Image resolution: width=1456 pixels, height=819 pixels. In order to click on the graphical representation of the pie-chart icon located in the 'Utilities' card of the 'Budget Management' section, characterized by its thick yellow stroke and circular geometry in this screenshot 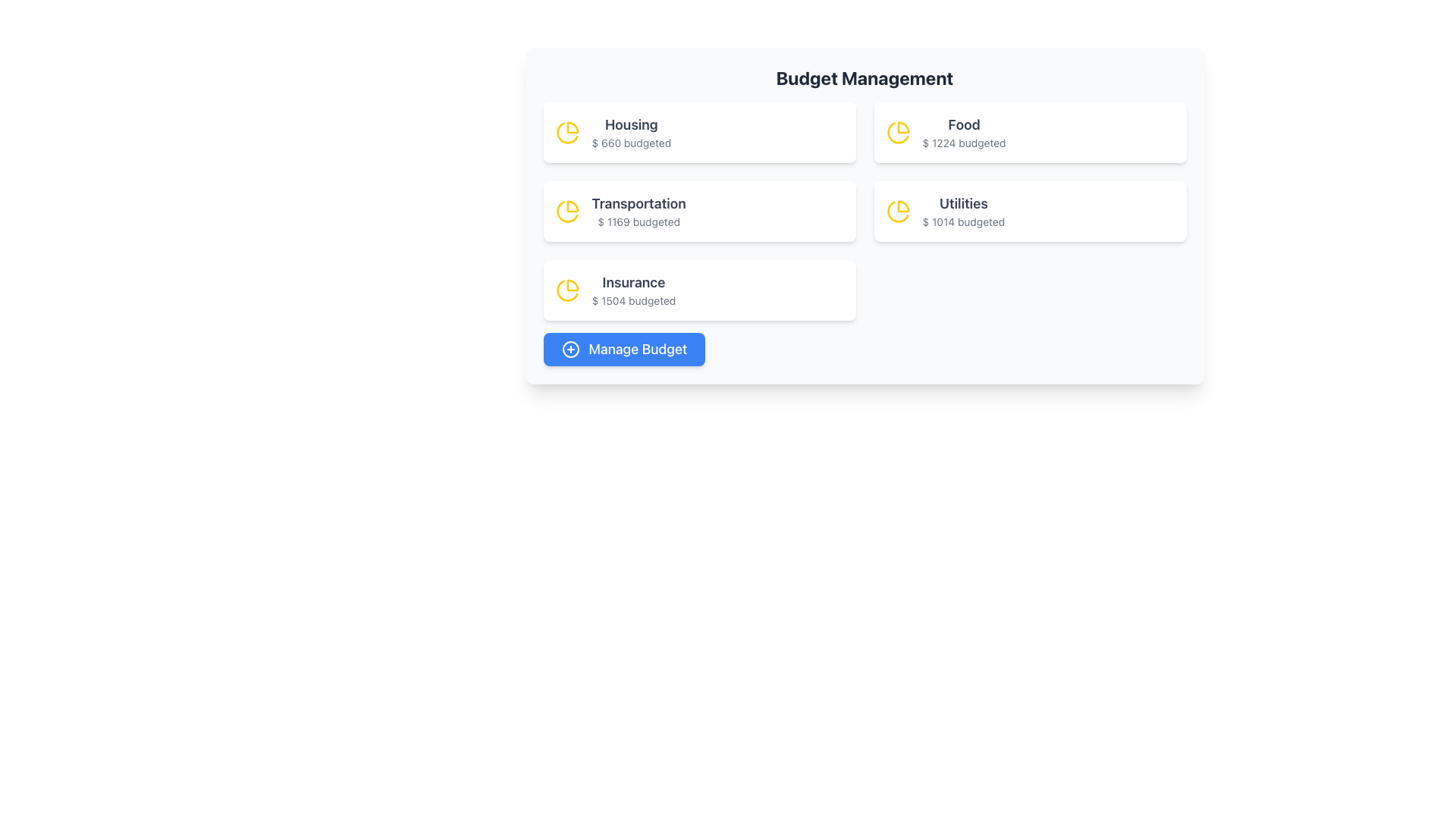, I will do `click(898, 211)`.